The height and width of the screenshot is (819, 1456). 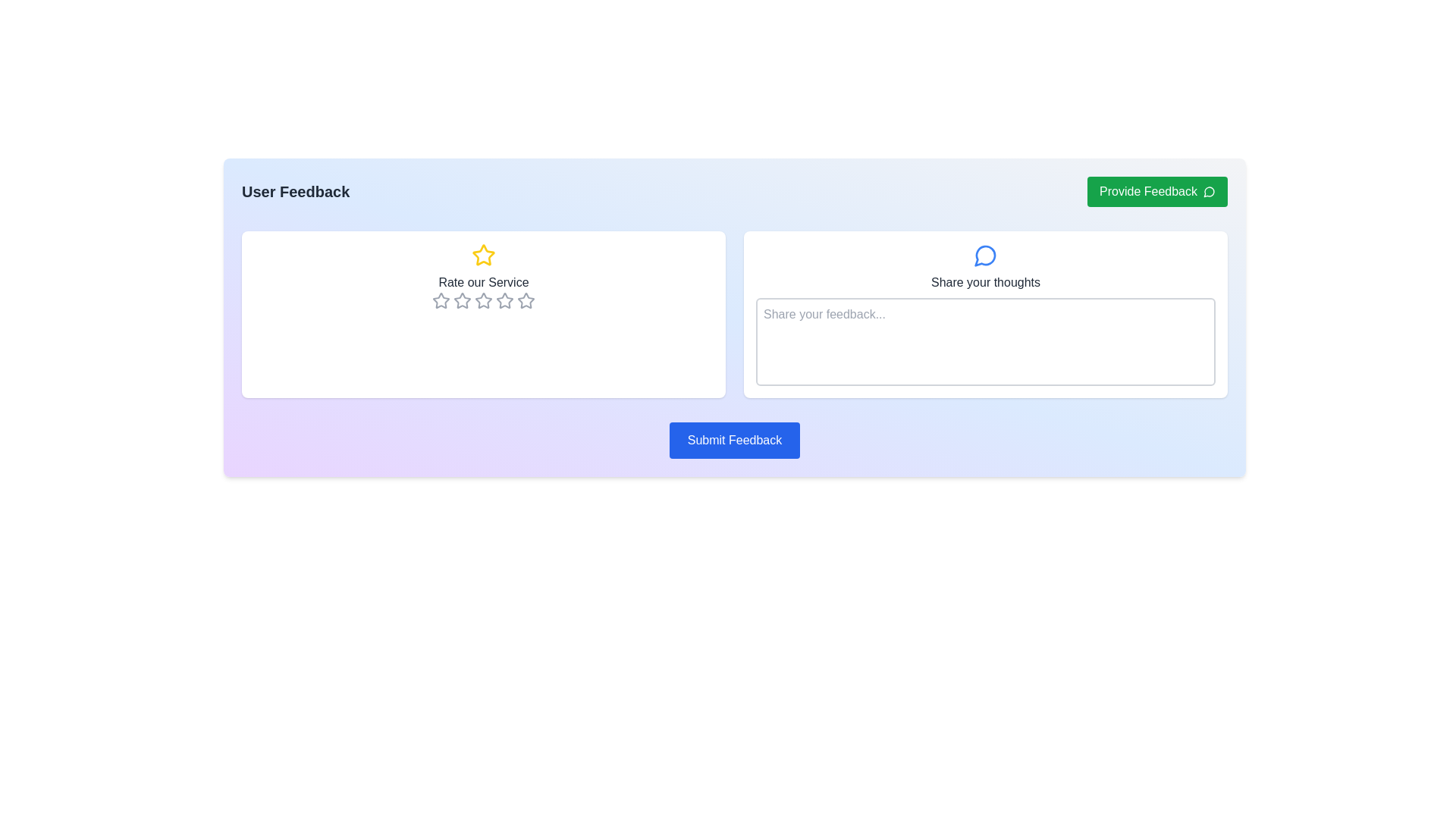 I want to click on the fifth star-shaped icon in the star rating section under the 'Rate our Service' heading, so click(x=526, y=301).